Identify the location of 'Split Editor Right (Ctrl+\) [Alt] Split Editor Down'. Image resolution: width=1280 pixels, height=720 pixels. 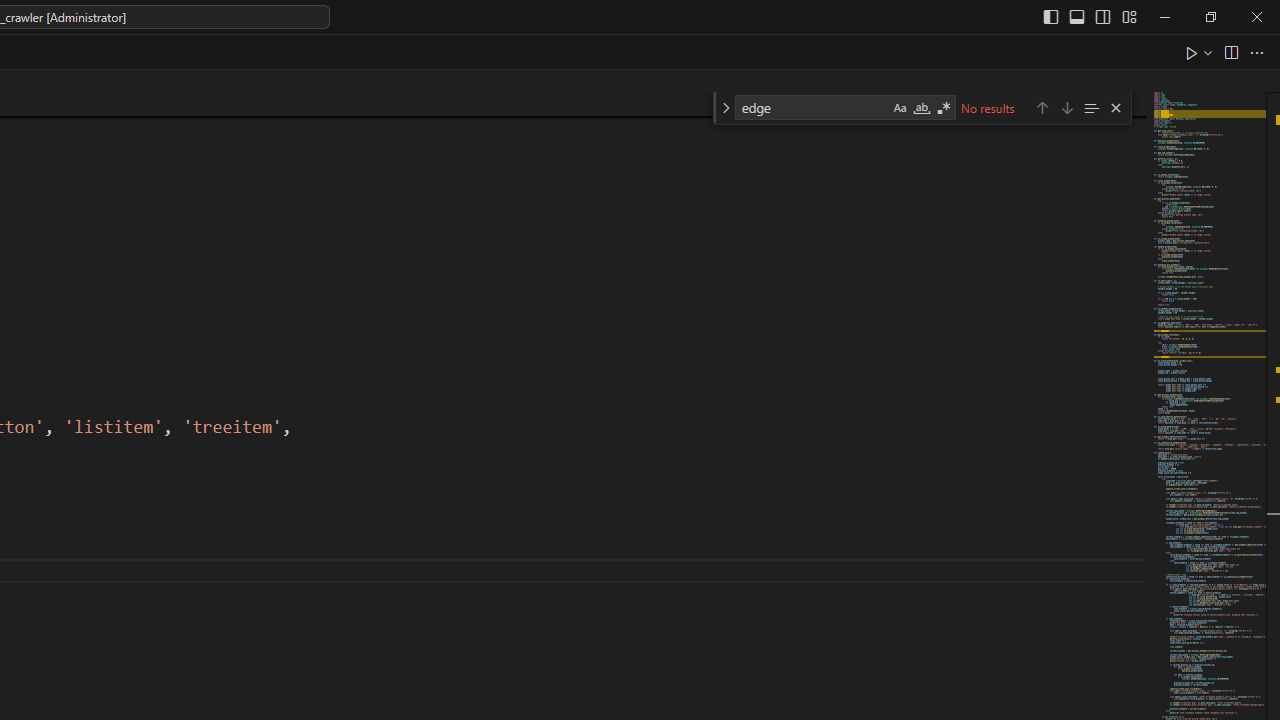
(1229, 51).